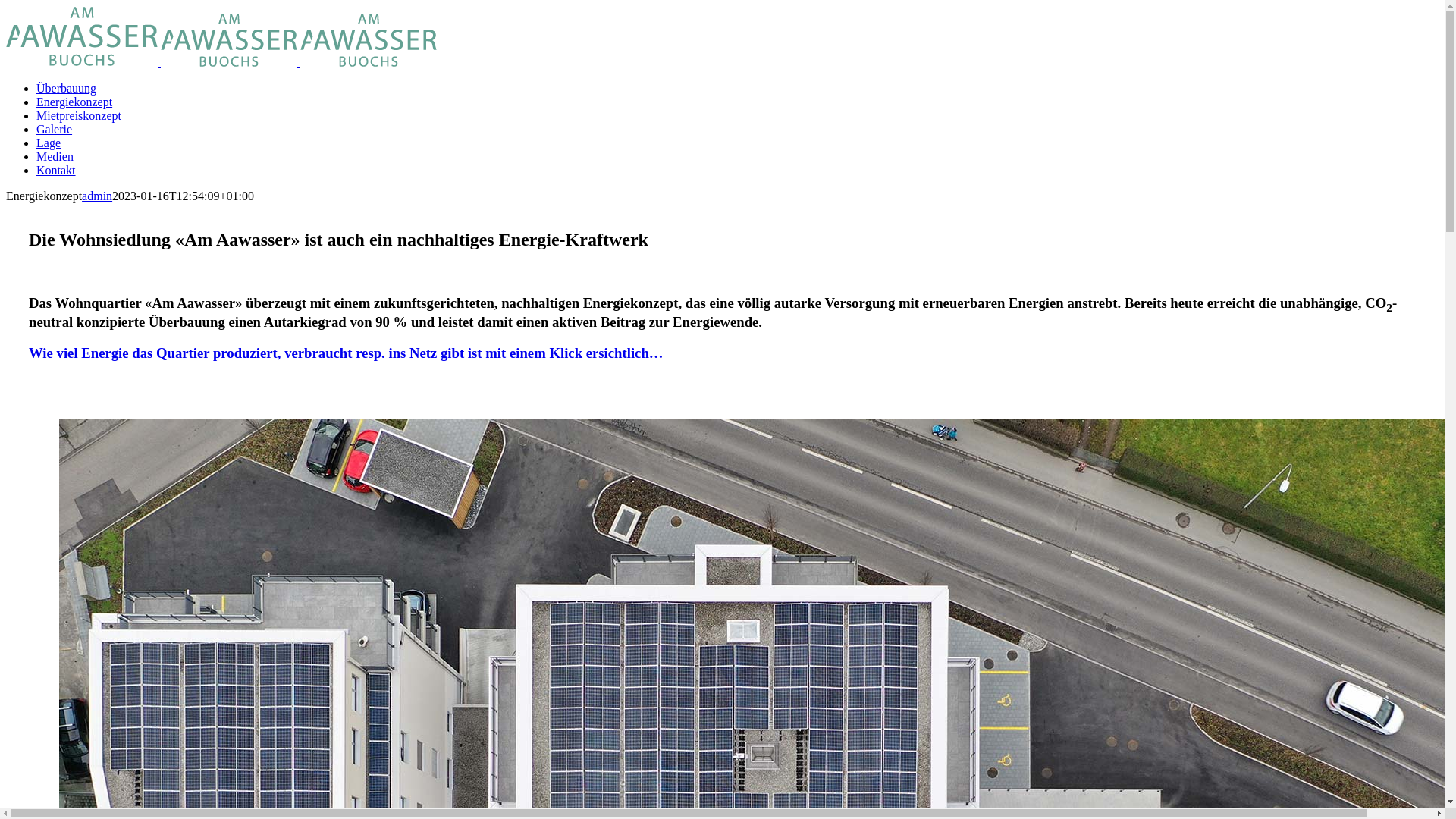 The image size is (1456, 819). Describe the element at coordinates (73, 102) in the screenshot. I see `'Energiekonzept'` at that location.